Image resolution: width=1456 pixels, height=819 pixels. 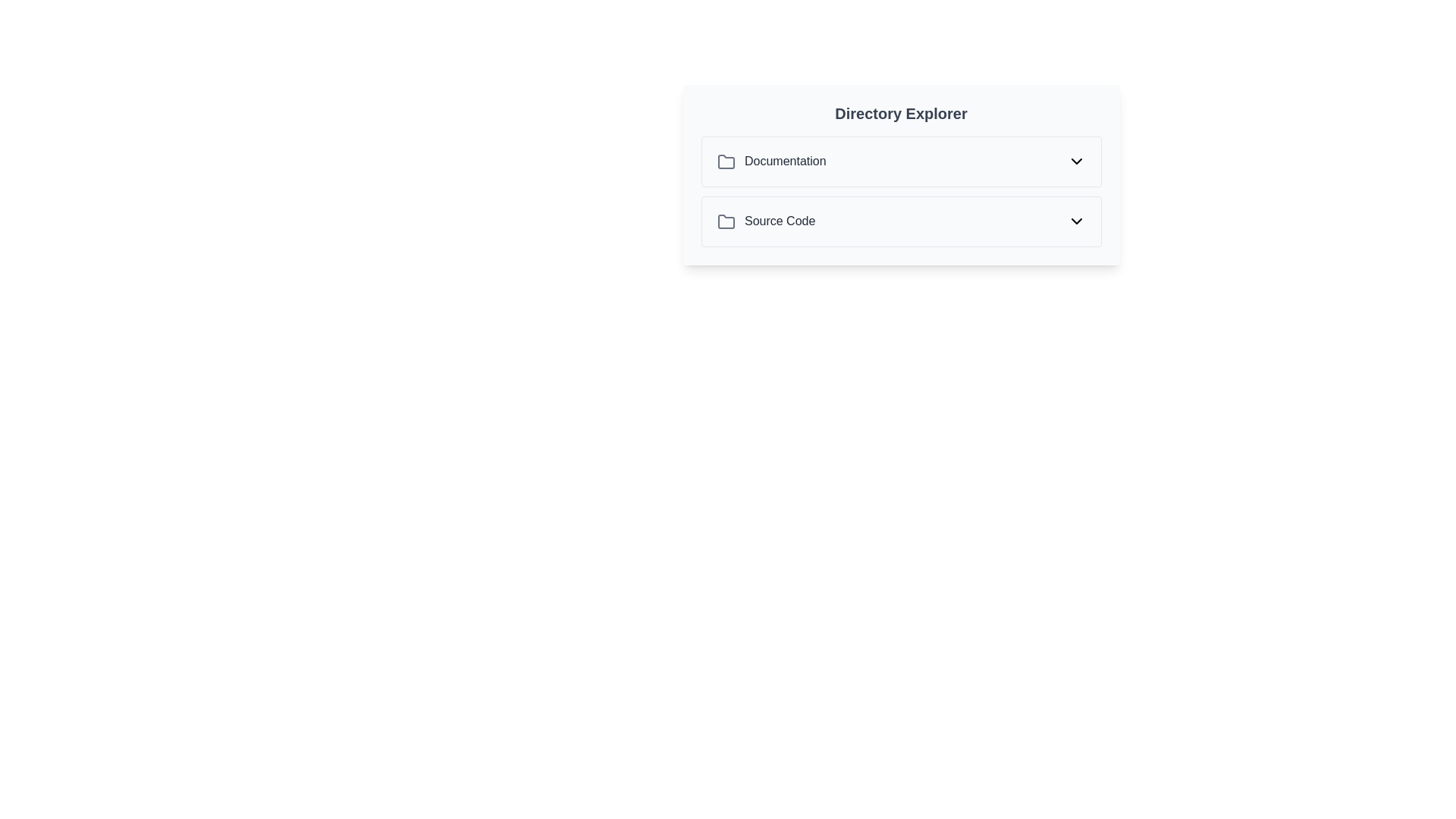 I want to click on the downward-pointing chevron icon on the right side of the 'Source Code' row, so click(x=1075, y=221).